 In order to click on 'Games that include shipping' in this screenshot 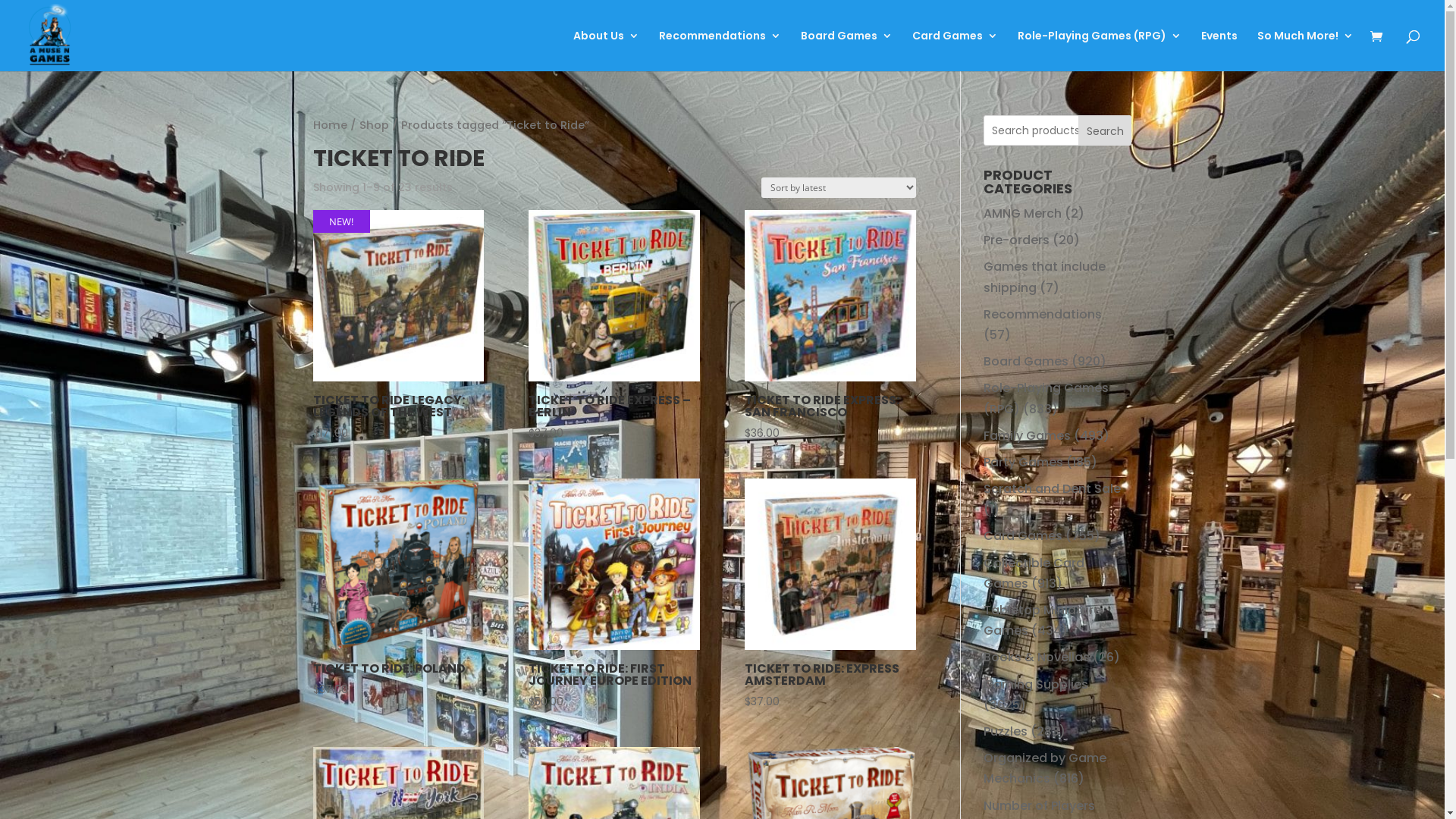, I will do `click(983, 277)`.